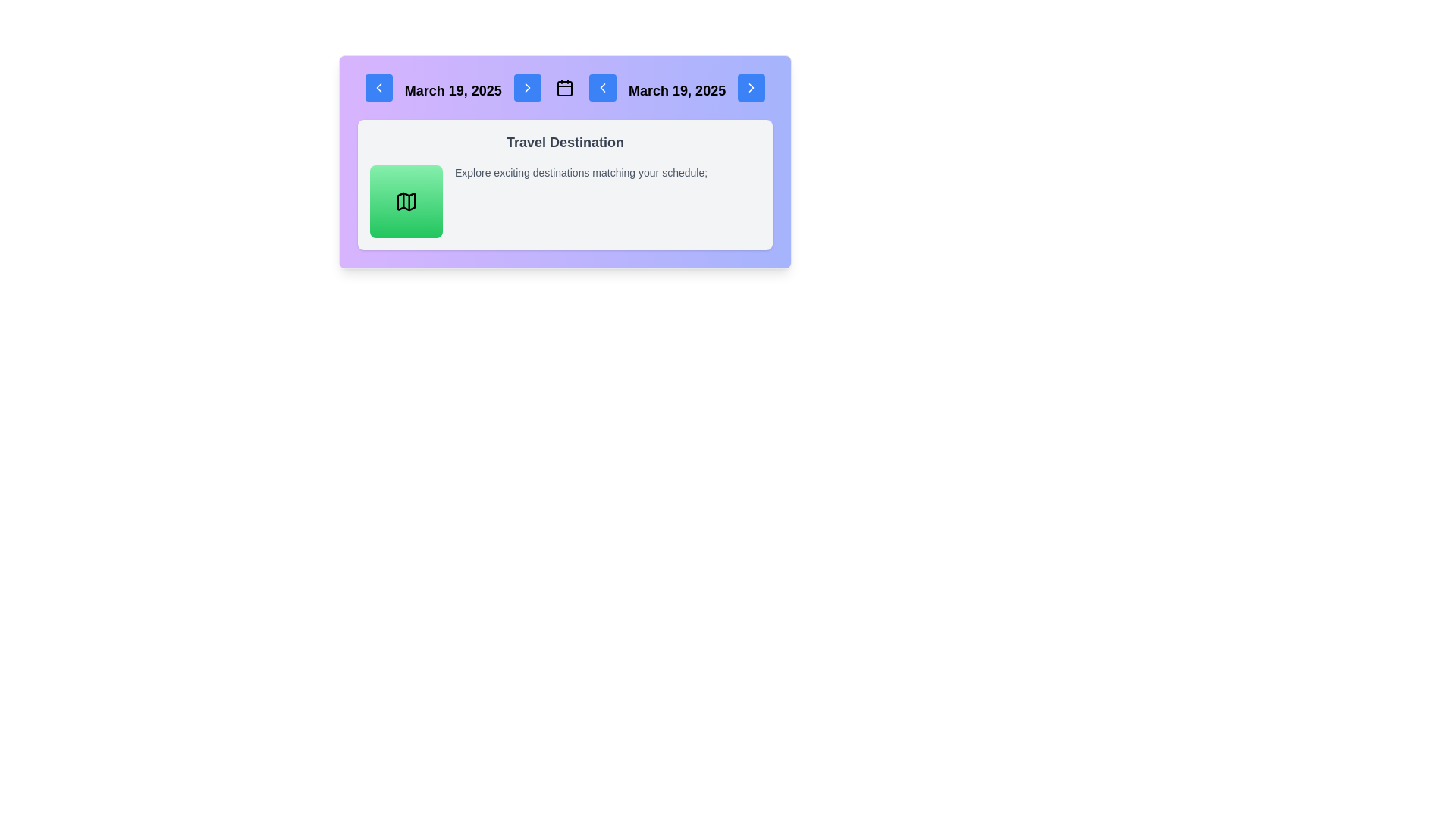 The height and width of the screenshot is (819, 1456). I want to click on the navigation button located to the left of the date text 'March 19, 2025', so click(378, 87).